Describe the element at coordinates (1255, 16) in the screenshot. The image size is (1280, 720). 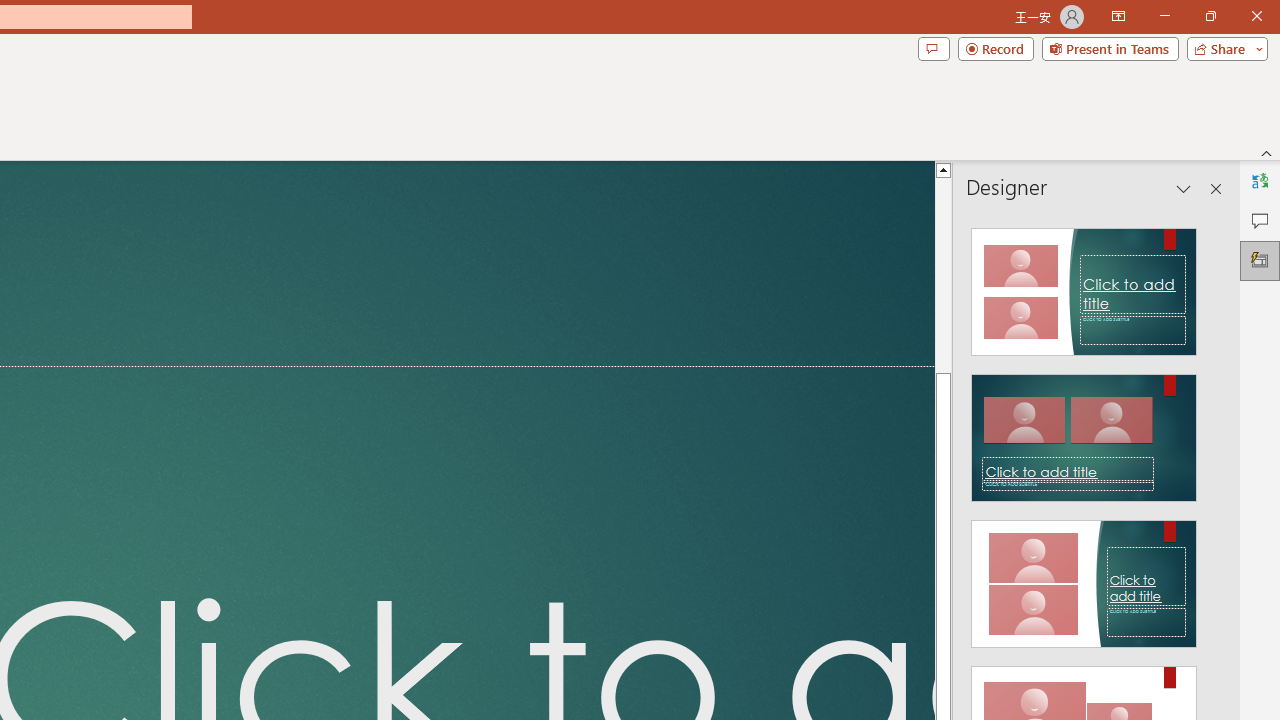
I see `'Close'` at that location.